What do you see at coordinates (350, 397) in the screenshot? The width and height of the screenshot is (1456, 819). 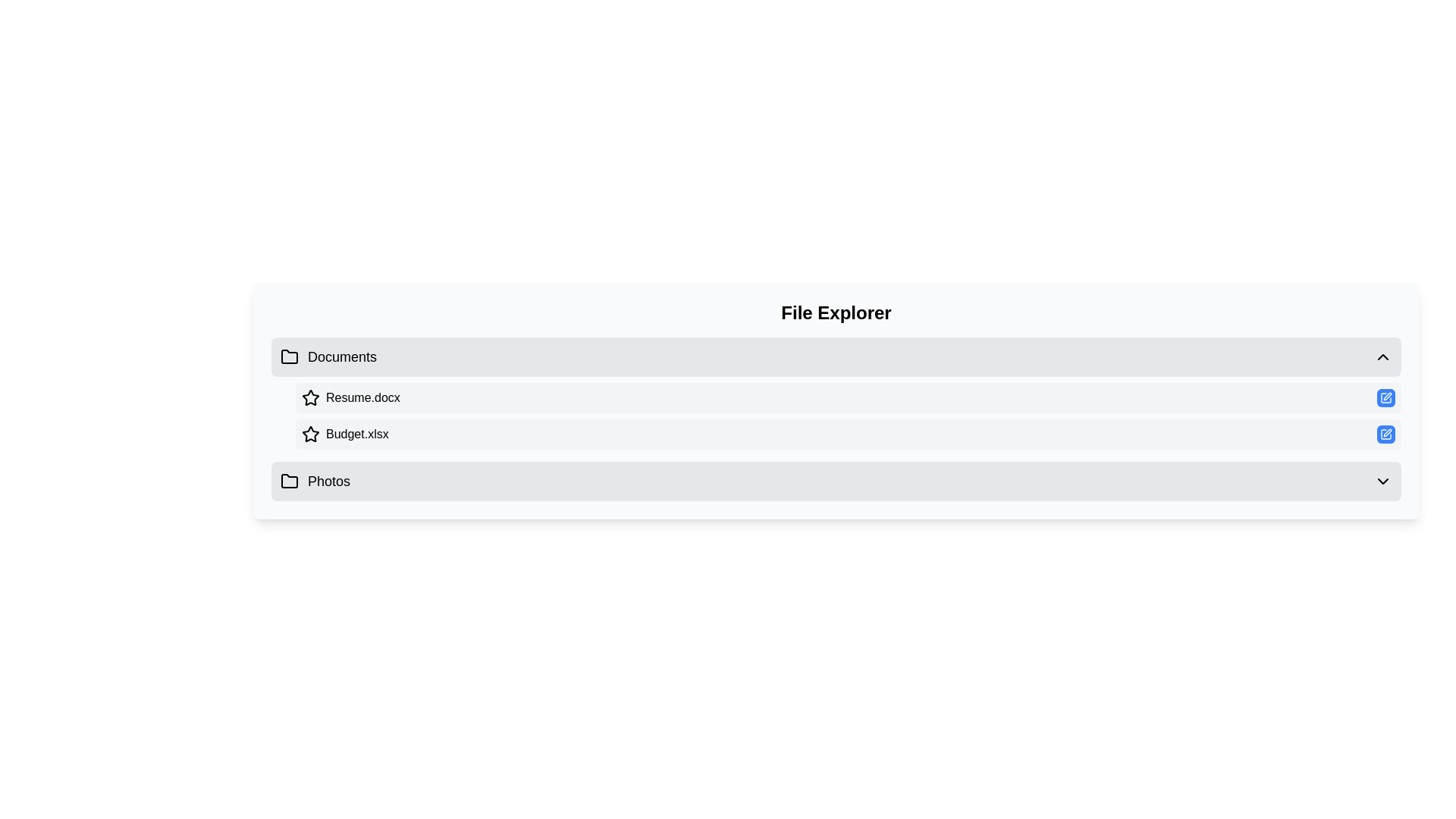 I see `the 'Resume.docx' file label, which is displayed in bold with a star icon to its left, located in the 'Documents' section of the file explorer` at bounding box center [350, 397].